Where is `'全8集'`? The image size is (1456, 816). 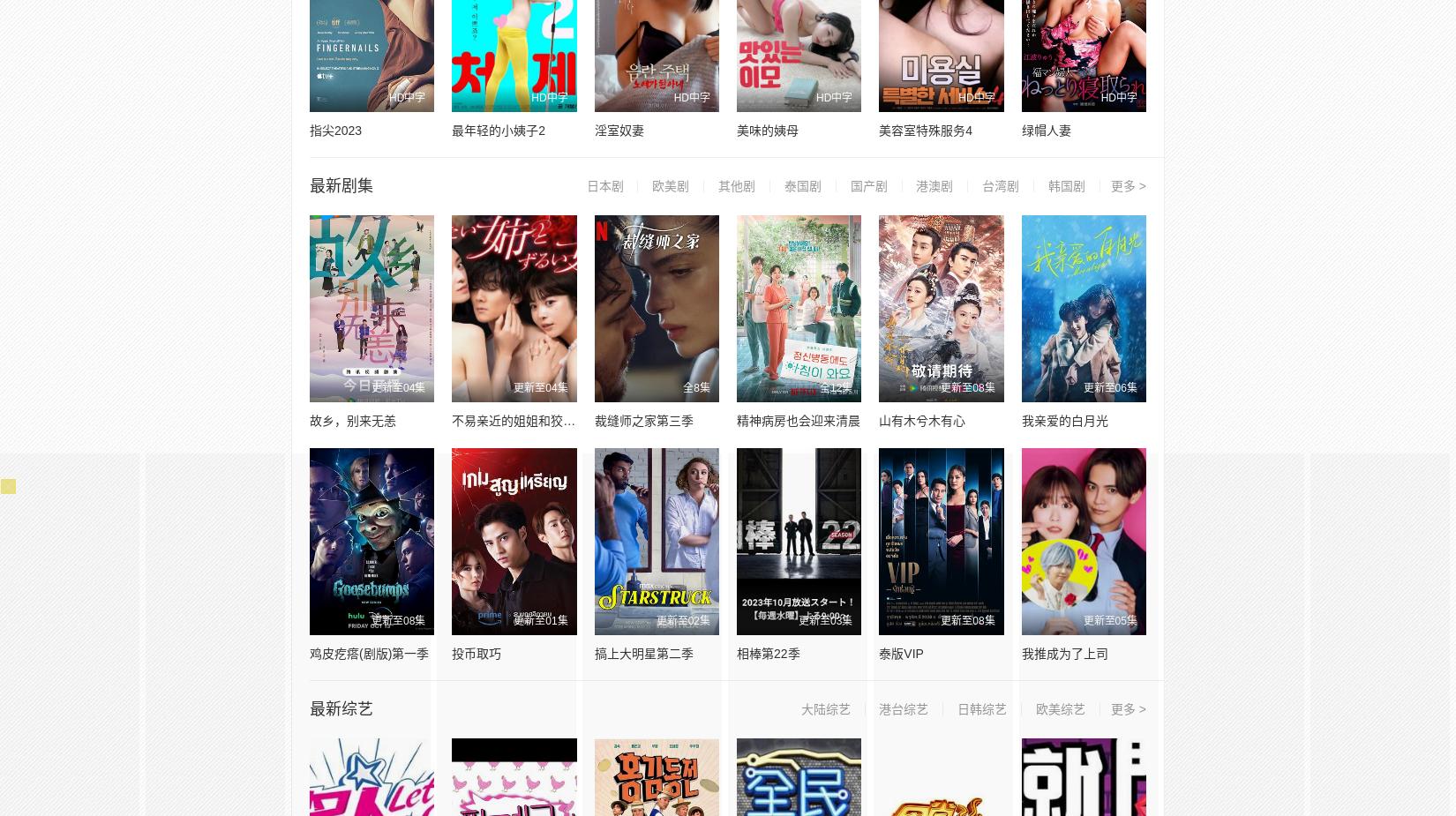
'全8集' is located at coordinates (695, 386).